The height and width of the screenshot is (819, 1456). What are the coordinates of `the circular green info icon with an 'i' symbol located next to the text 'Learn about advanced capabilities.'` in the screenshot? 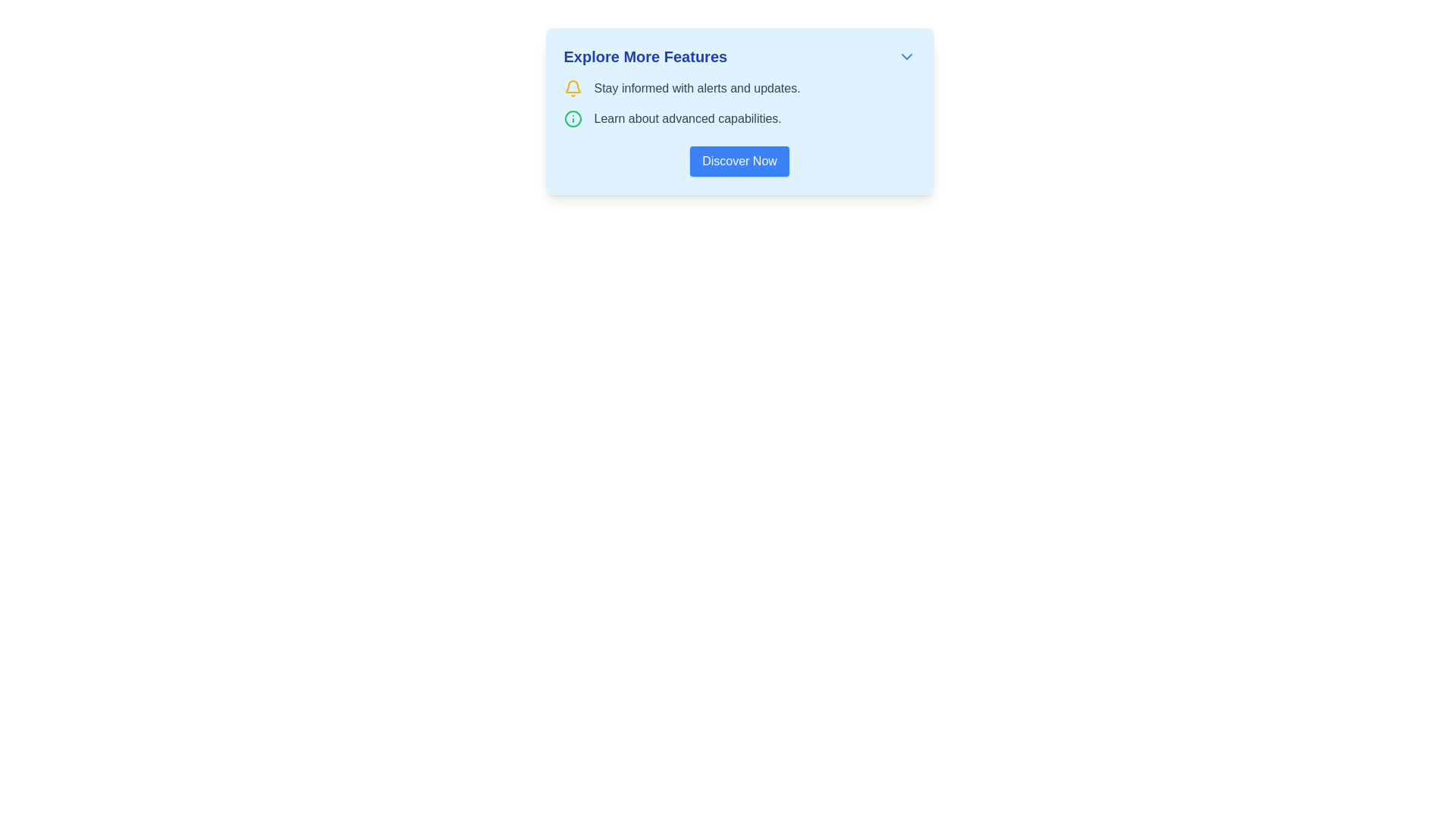 It's located at (572, 118).